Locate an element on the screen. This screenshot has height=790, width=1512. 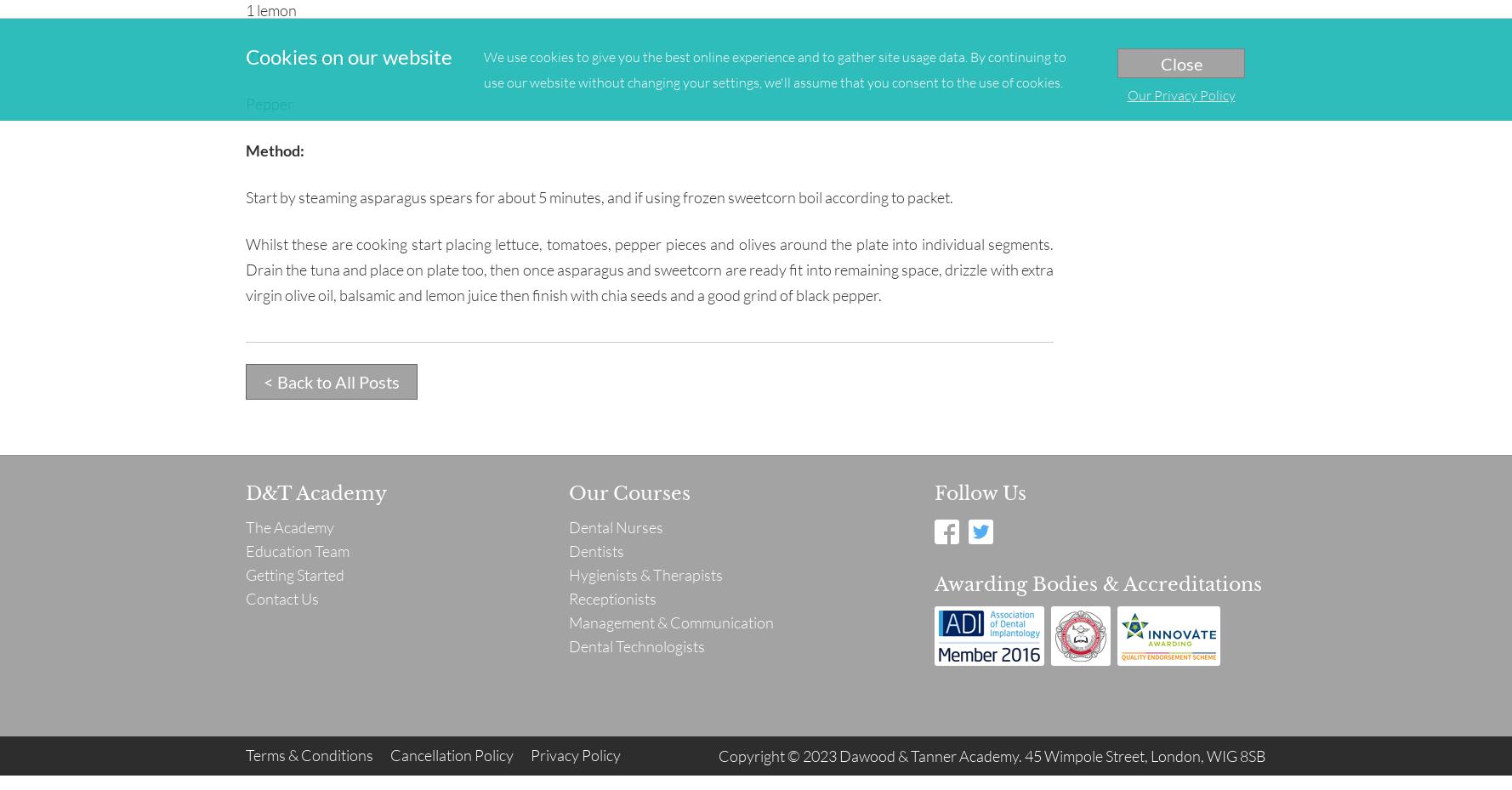
'Follow Us' is located at coordinates (981, 492).